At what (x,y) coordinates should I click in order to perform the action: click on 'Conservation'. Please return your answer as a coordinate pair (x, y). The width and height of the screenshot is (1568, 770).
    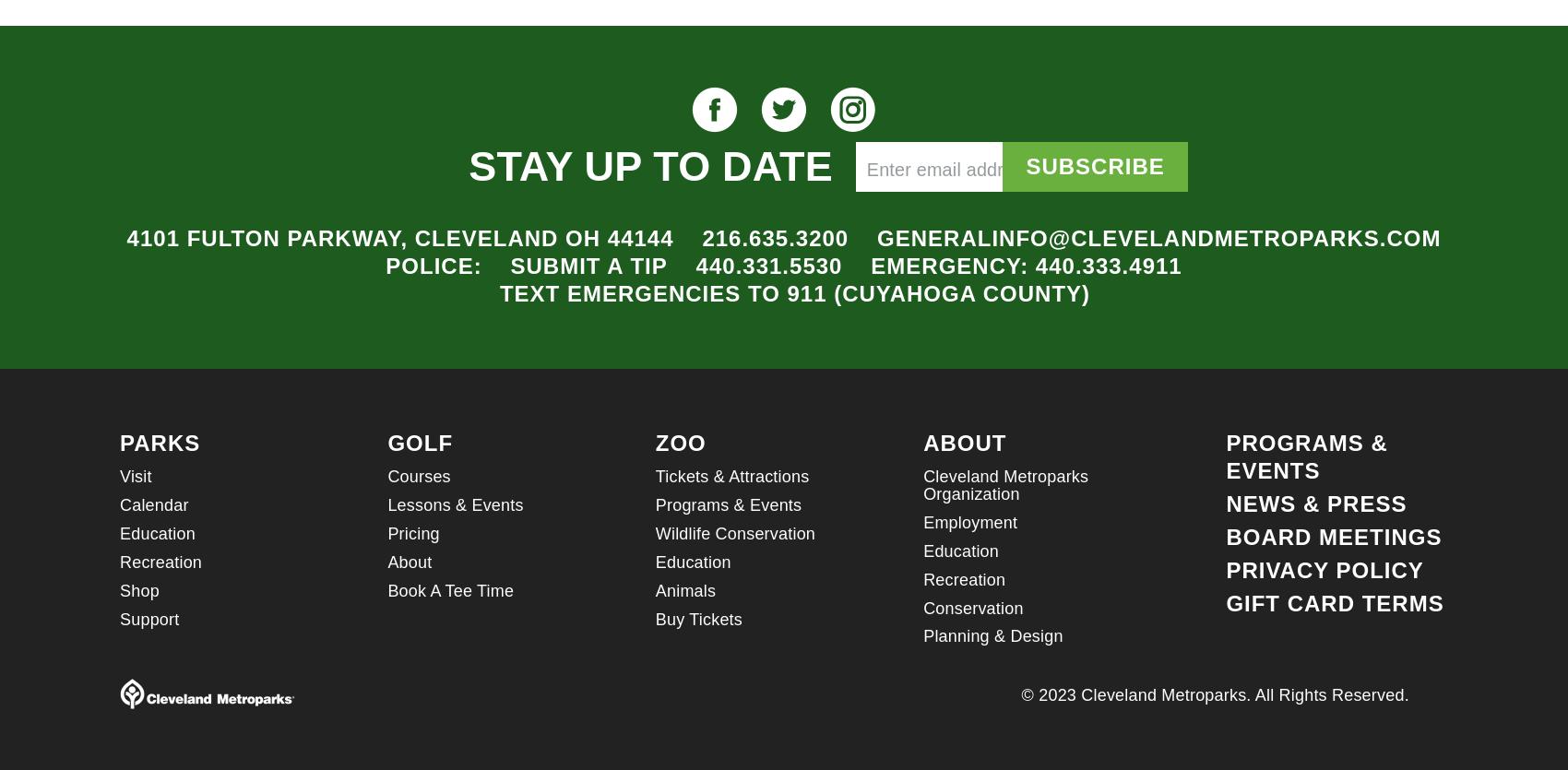
    Looking at the image, I should click on (972, 606).